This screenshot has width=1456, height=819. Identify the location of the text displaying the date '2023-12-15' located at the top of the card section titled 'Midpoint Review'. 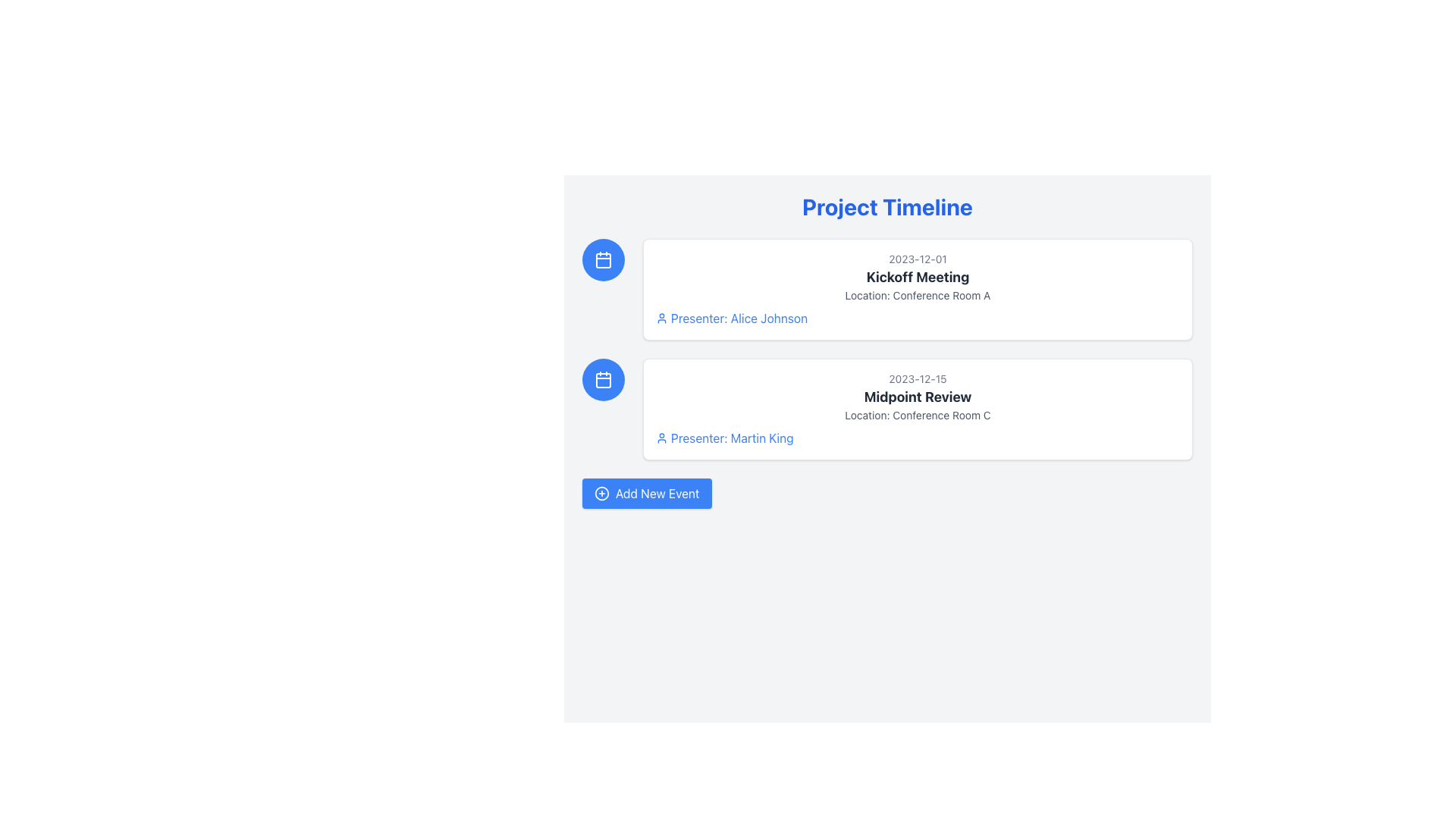
(917, 378).